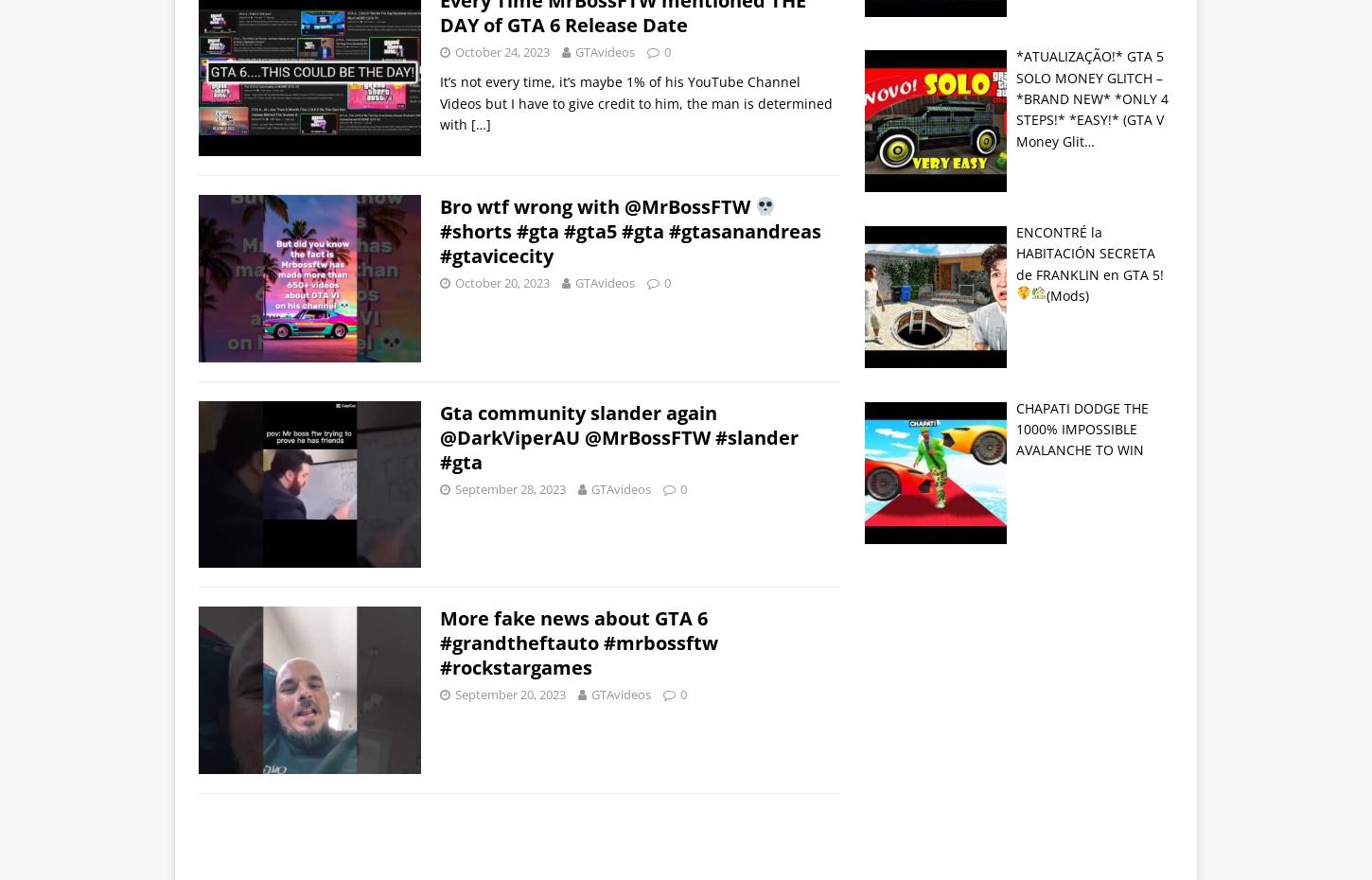 This screenshot has height=880, width=1372. I want to click on 'More fake news about GTA 6 #grandtheftauto #mrbossftw #rockstargames', so click(439, 642).